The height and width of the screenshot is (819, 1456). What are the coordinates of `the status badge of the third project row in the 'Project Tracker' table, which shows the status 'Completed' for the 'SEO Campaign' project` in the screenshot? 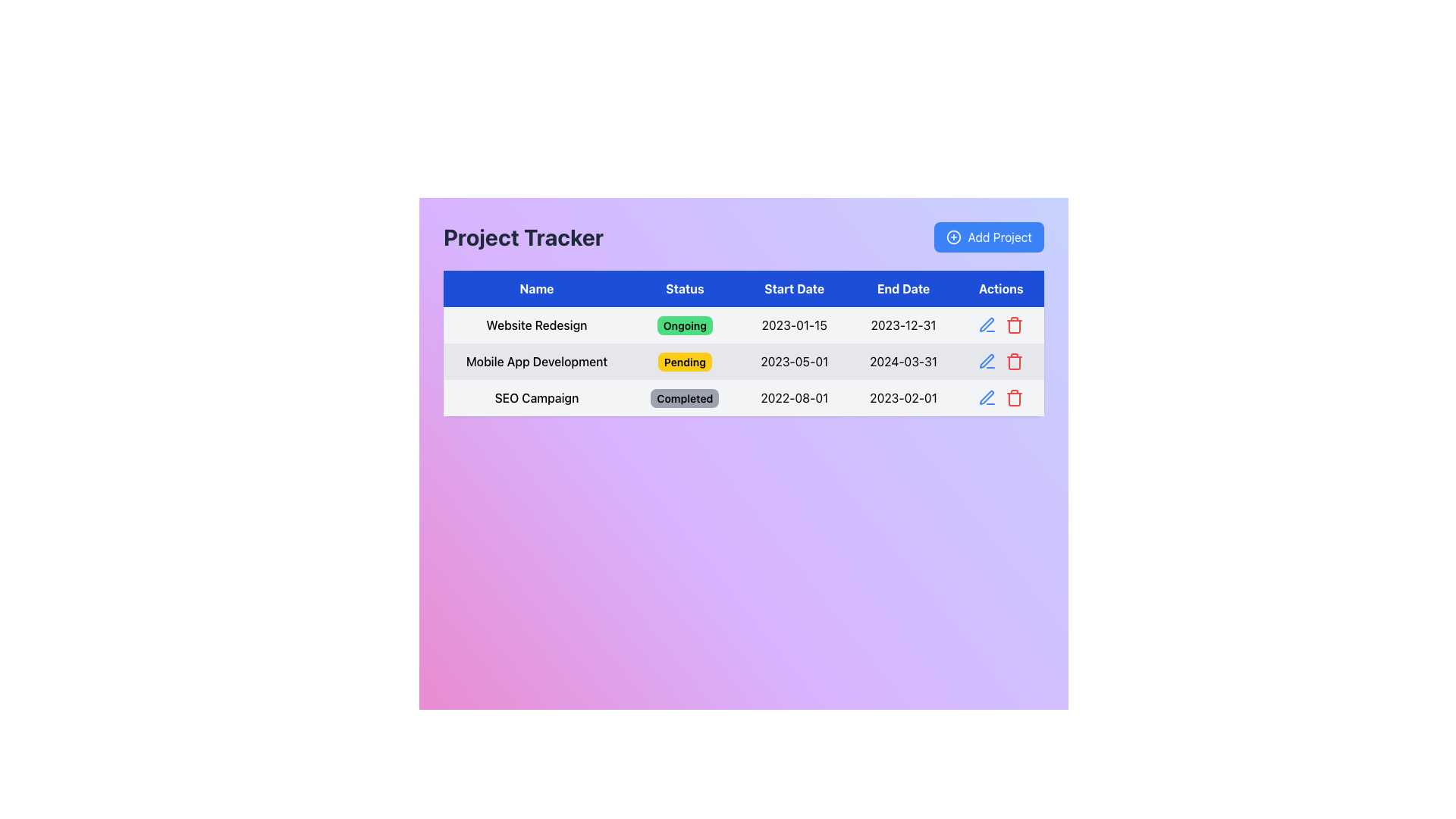 It's located at (743, 397).